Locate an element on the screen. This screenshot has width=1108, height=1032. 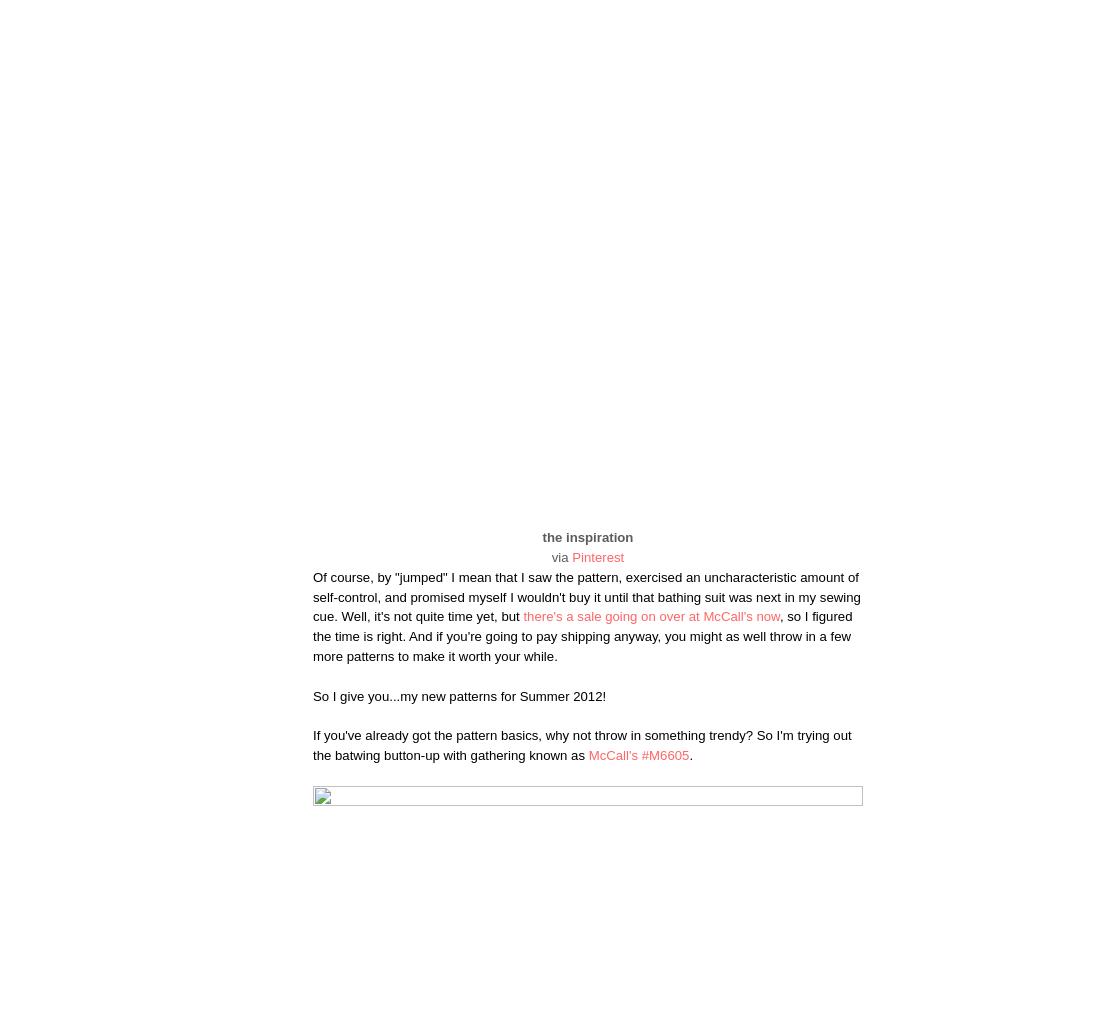
'the inspiration' is located at coordinates (587, 537).